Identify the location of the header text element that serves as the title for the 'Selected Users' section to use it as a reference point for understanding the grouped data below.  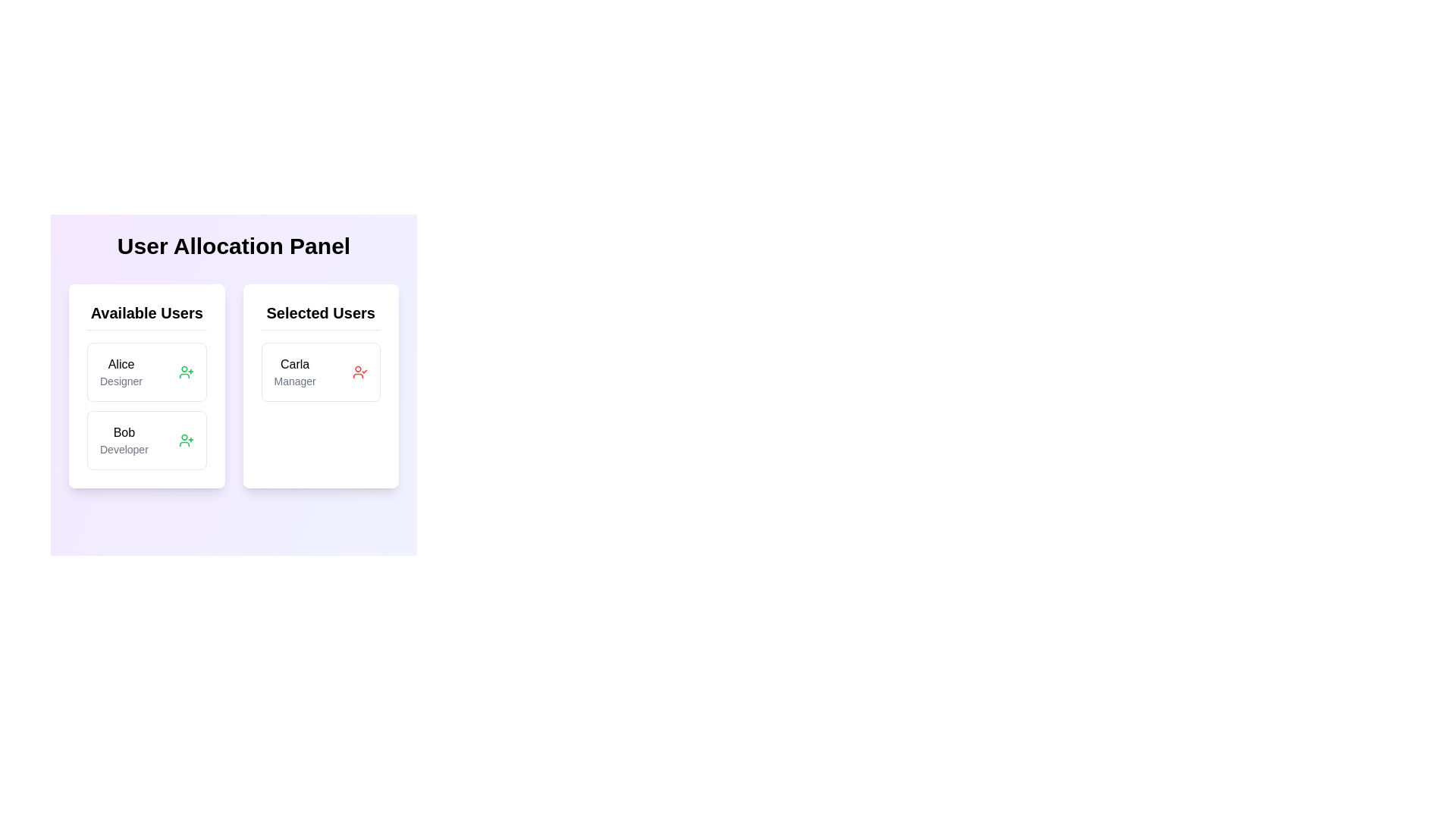
(320, 315).